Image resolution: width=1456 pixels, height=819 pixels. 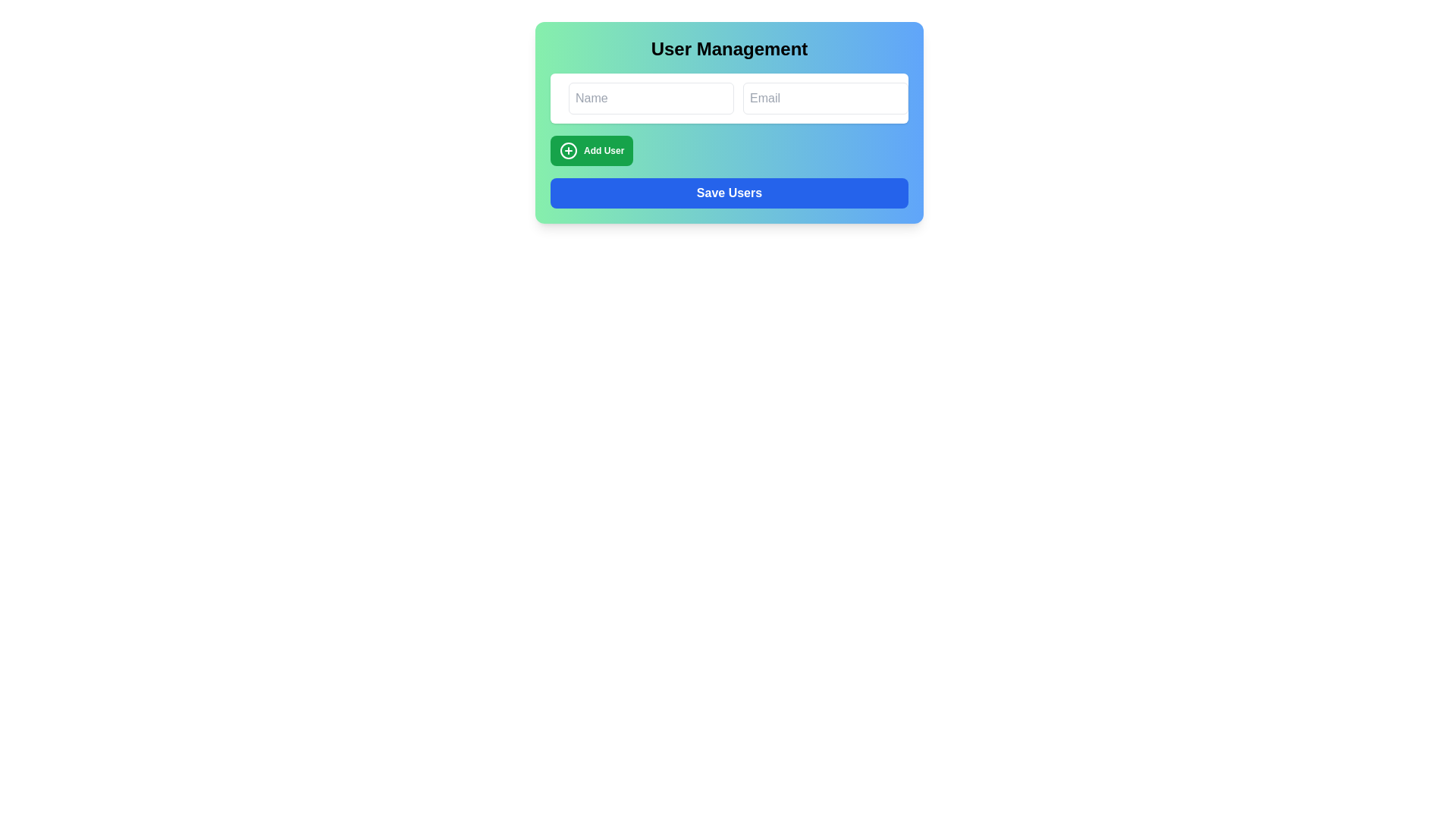 I want to click on the email input field which is located in the second column of the user form, adjacent to the 'Name' field, so click(x=825, y=99).